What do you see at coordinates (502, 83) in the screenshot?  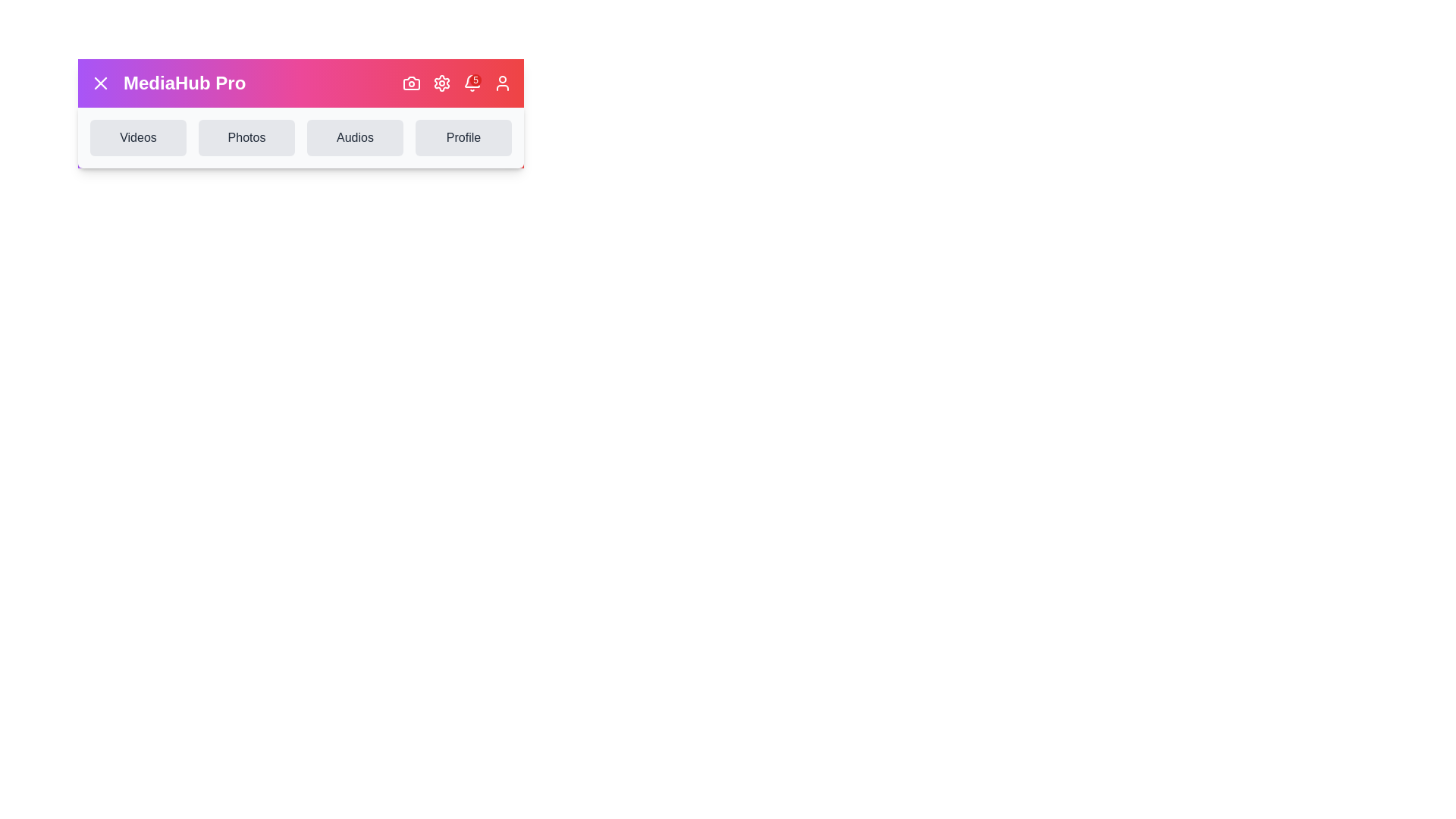 I see `the user icon to access profile-related features` at bounding box center [502, 83].